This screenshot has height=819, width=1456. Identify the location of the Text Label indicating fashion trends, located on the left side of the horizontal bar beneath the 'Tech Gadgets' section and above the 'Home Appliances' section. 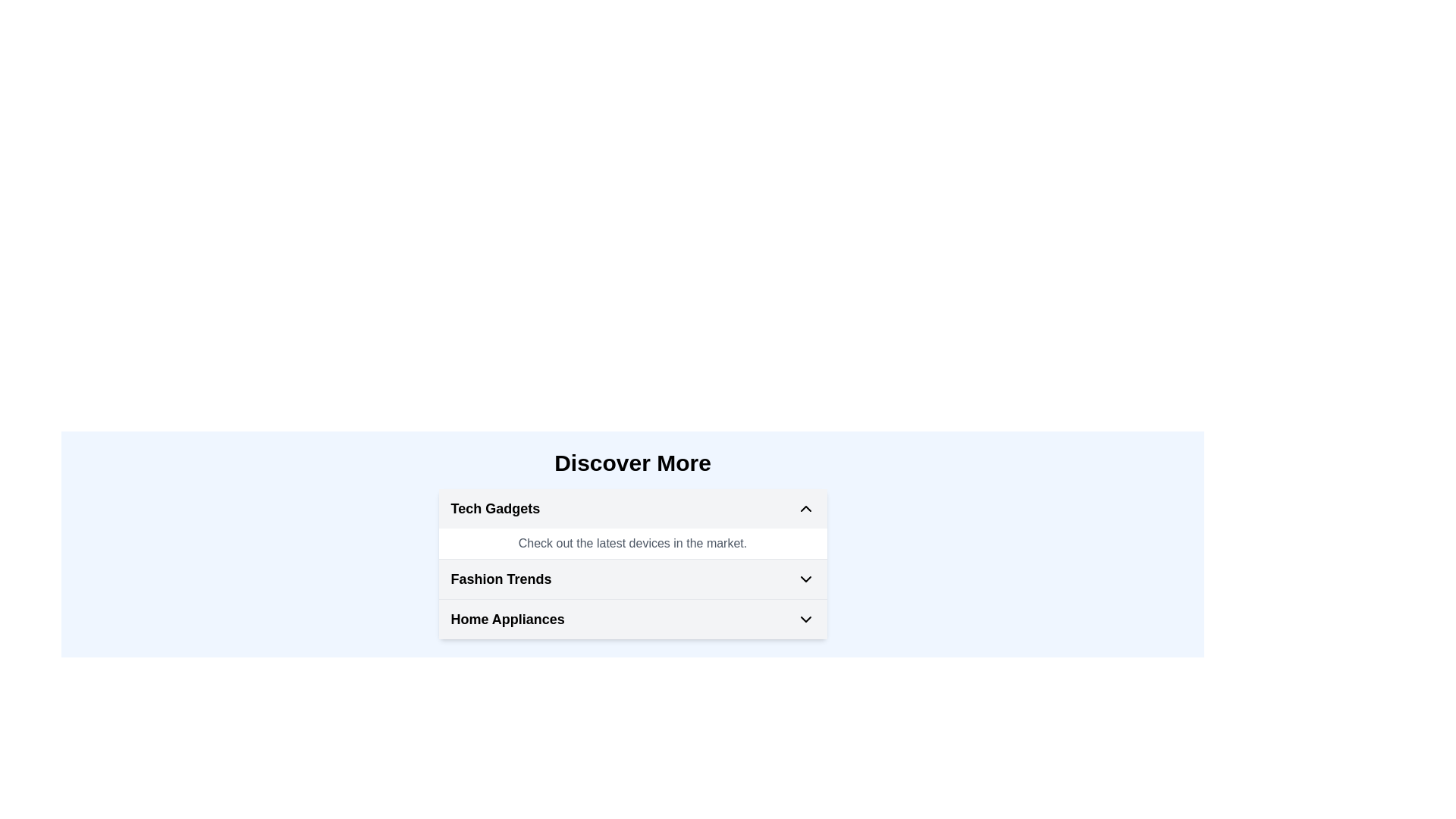
(501, 579).